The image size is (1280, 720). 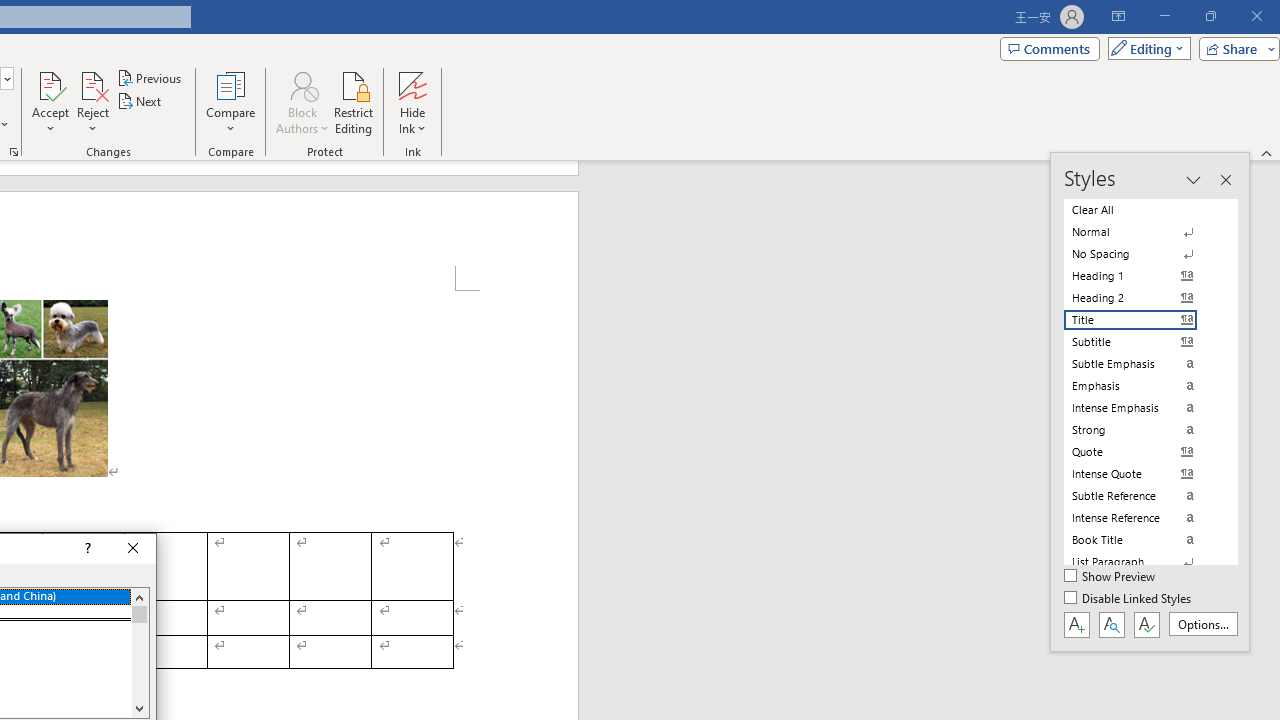 What do you see at coordinates (1142, 231) in the screenshot?
I see `'Normal'` at bounding box center [1142, 231].